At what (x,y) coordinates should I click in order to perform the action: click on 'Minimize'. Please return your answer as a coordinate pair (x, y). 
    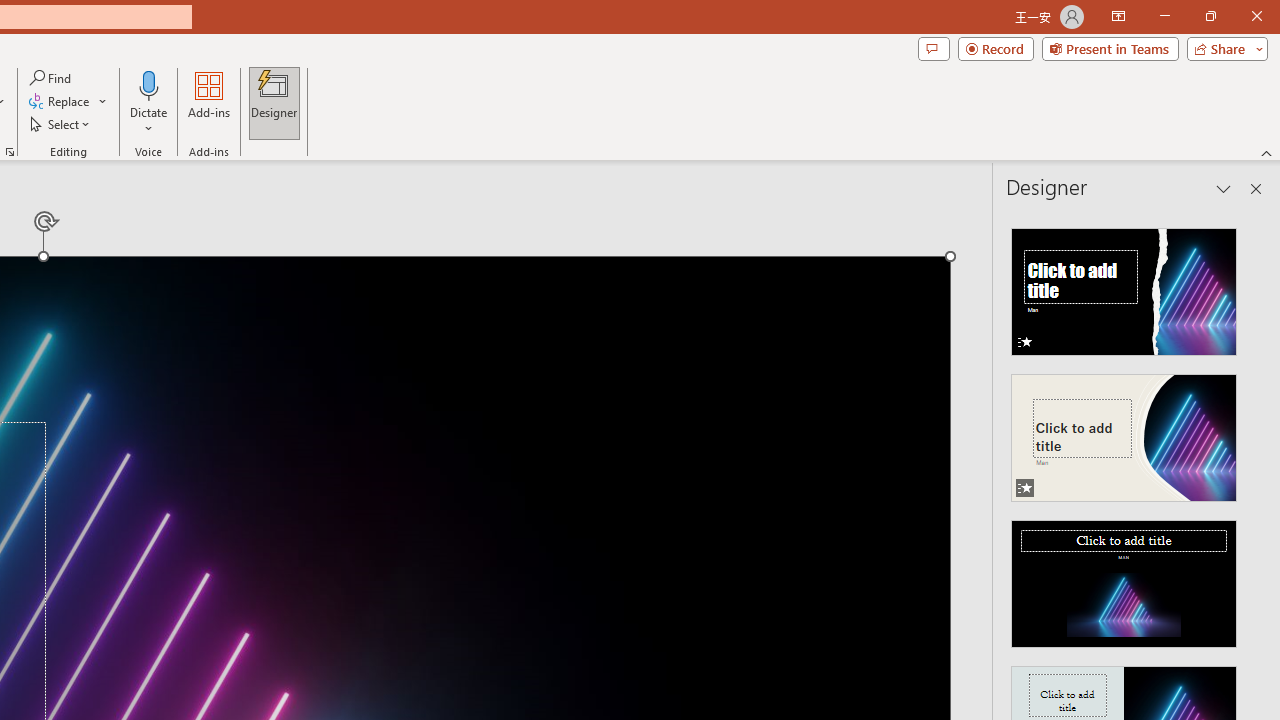
    Looking at the image, I should click on (1164, 16).